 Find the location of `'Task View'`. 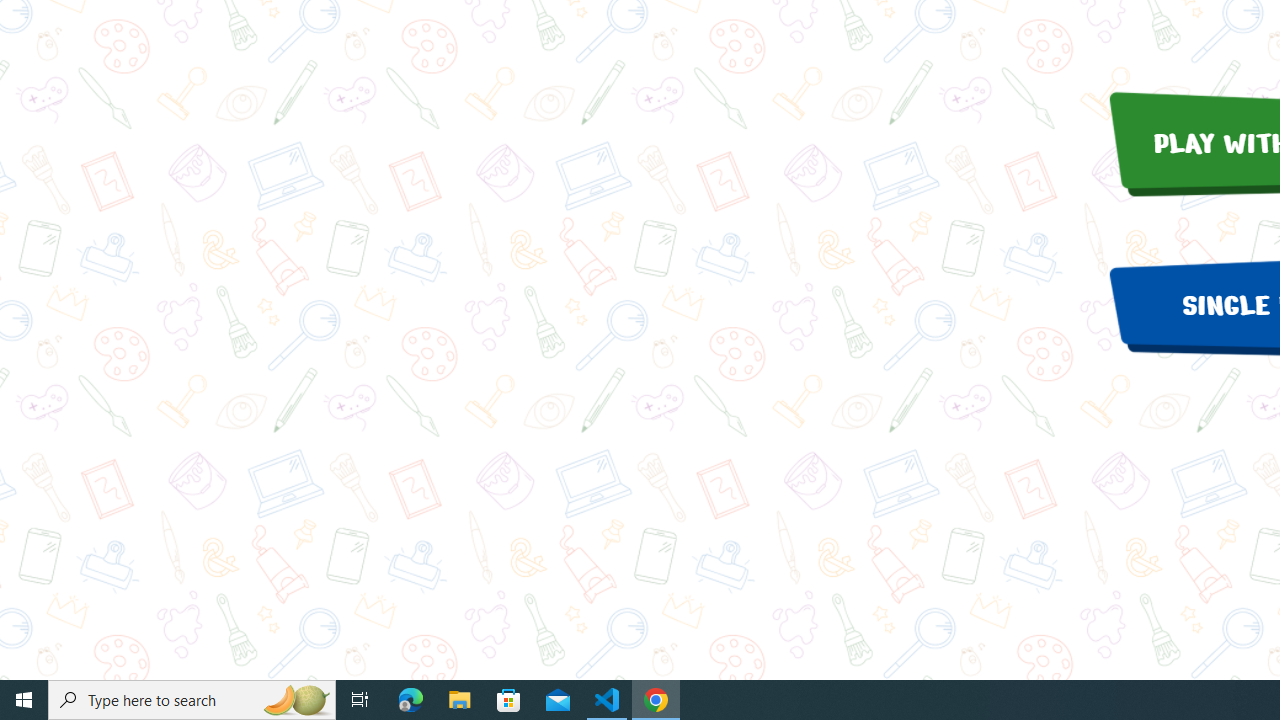

'Task View' is located at coordinates (359, 698).